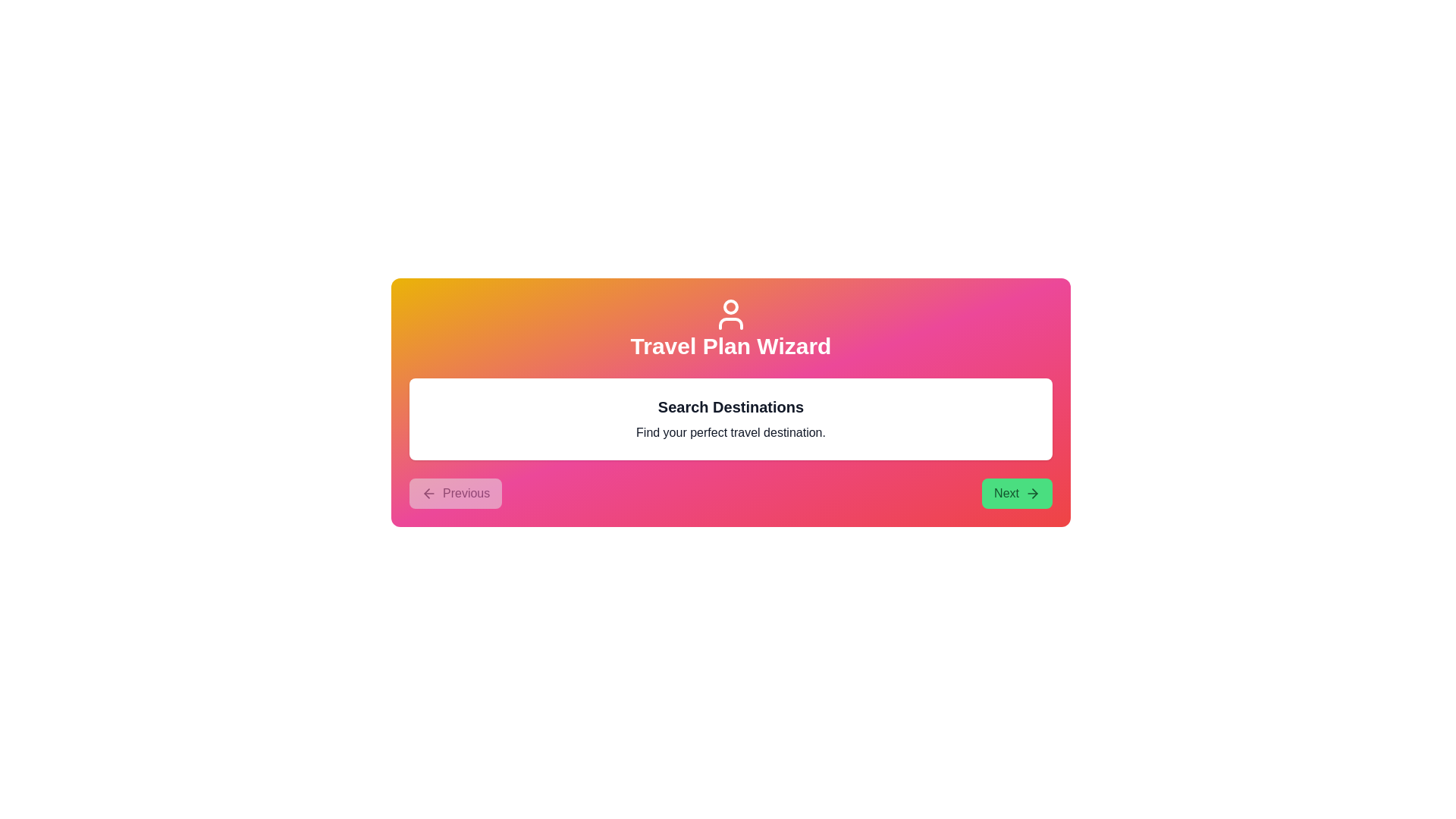 This screenshot has width=1456, height=819. I want to click on the 'Previous' button located at the bottom left corner of the navigation options area, so click(455, 494).